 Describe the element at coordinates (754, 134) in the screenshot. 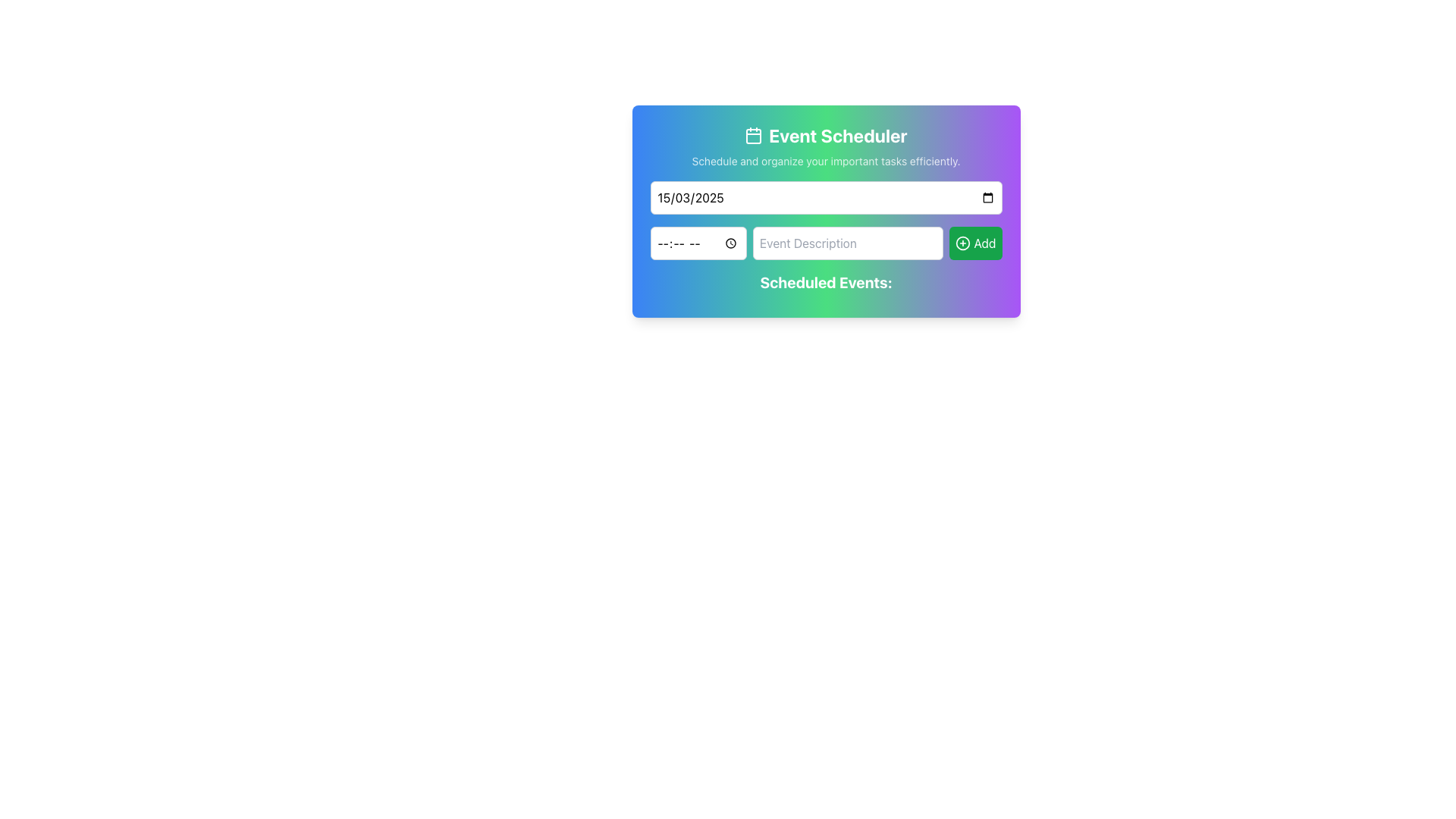

I see `the calendar icon located to the left and slightly above the 'Event Scheduler' text in the header section` at that location.